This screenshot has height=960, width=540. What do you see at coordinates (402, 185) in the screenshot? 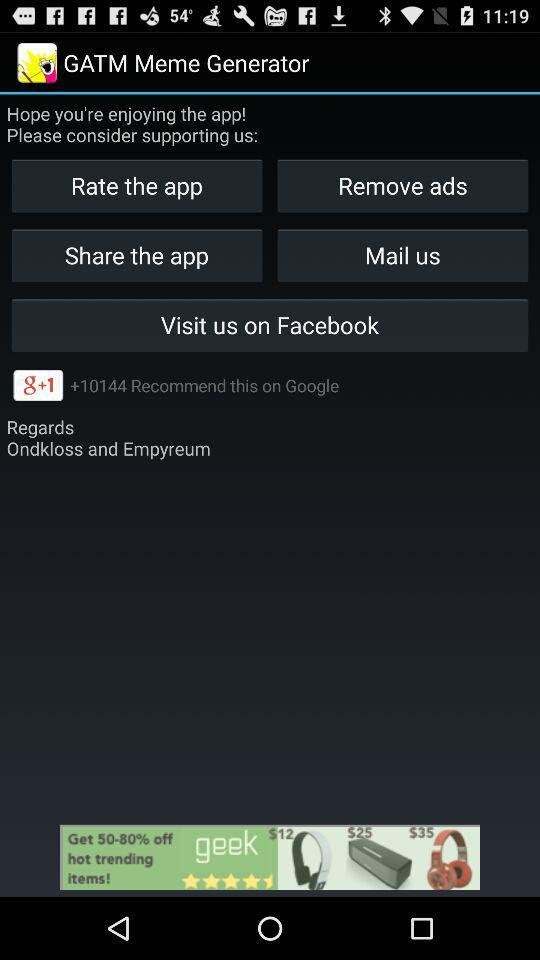
I see `the icon below the hope you re icon` at bounding box center [402, 185].